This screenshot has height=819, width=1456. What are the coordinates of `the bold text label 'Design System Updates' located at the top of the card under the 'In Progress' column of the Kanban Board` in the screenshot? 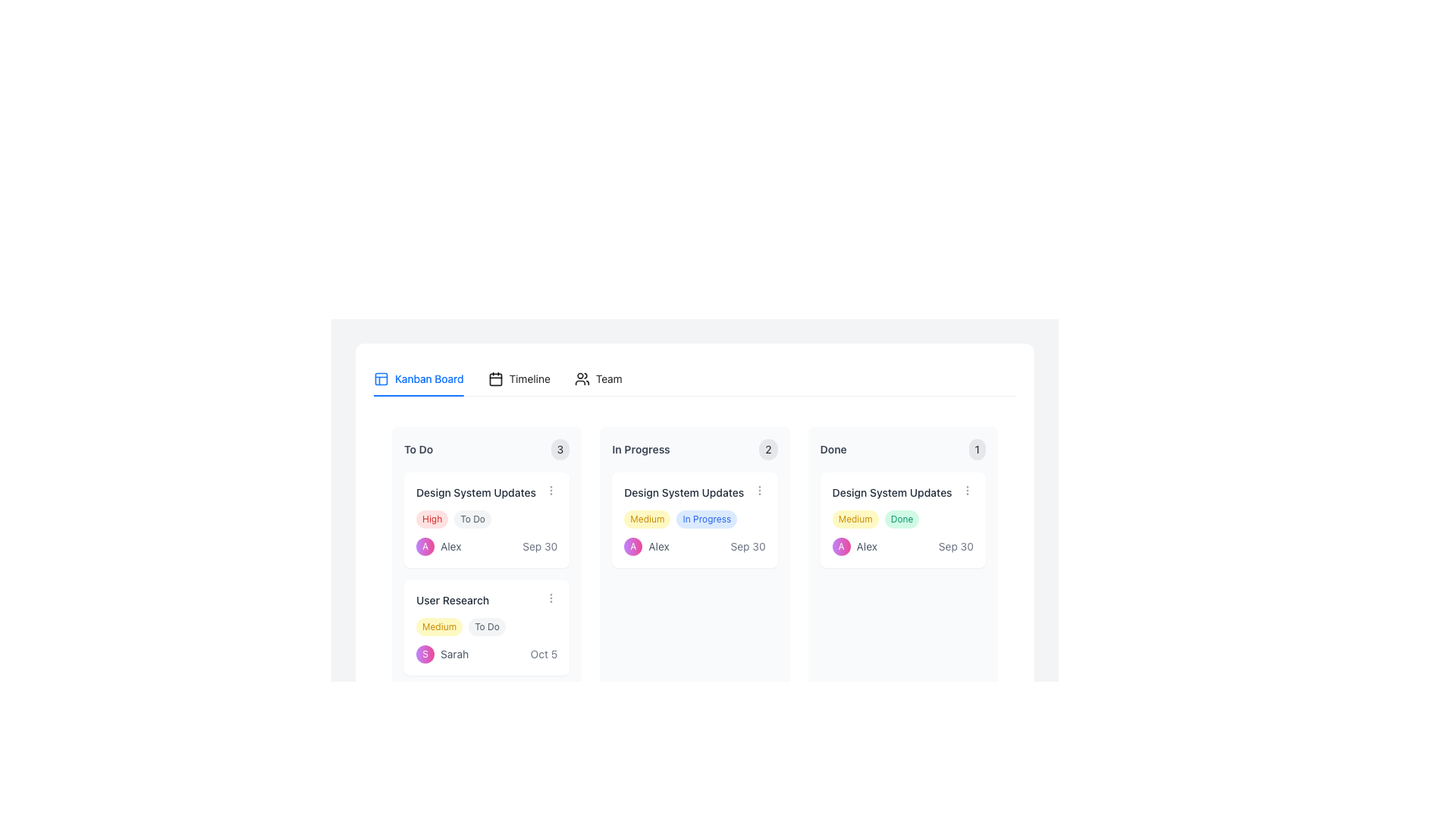 It's located at (694, 493).